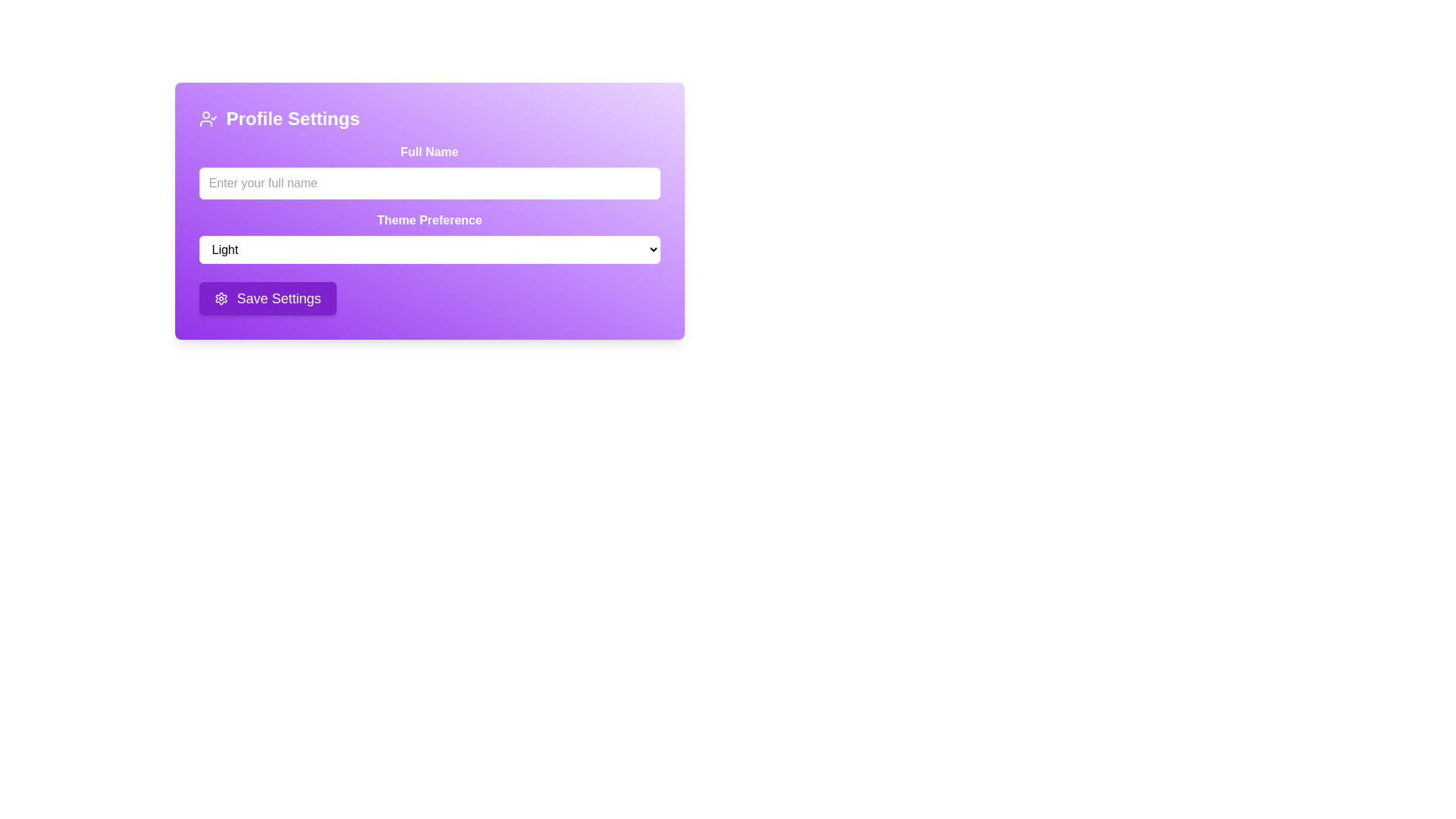  Describe the element at coordinates (268, 298) in the screenshot. I see `the 'Save Settings' button, which has a purple background and white bold text, located at the bottom of the 'Profile Settings' section` at that location.